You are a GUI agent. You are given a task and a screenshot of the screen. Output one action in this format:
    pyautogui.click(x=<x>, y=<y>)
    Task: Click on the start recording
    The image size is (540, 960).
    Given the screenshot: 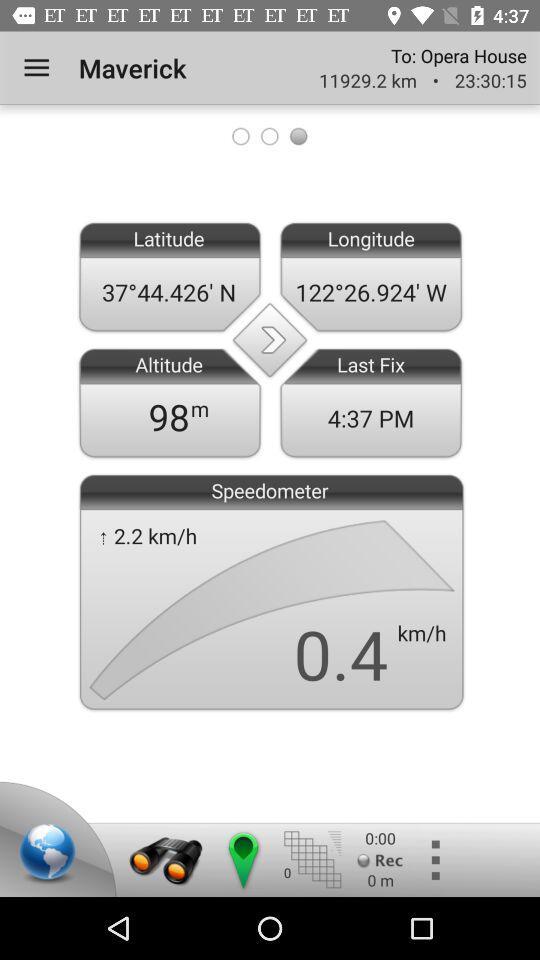 What is the action you would take?
    pyautogui.click(x=380, y=859)
    